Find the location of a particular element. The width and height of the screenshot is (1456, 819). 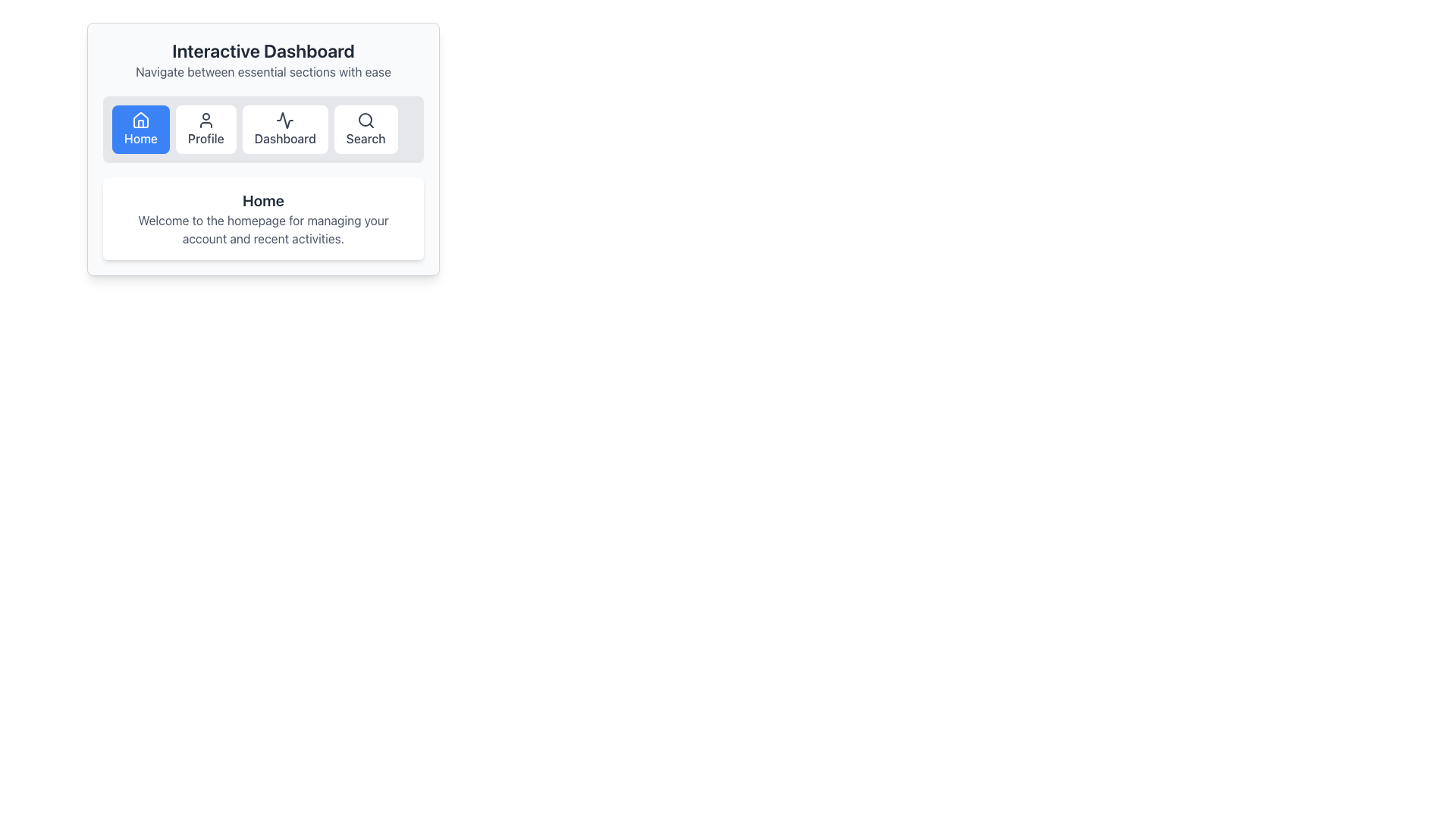

the 'Profile' button, which is a rectangular button with a white background and gray text, located to the right of the 'Home' button in the navigation bar is located at coordinates (205, 128).